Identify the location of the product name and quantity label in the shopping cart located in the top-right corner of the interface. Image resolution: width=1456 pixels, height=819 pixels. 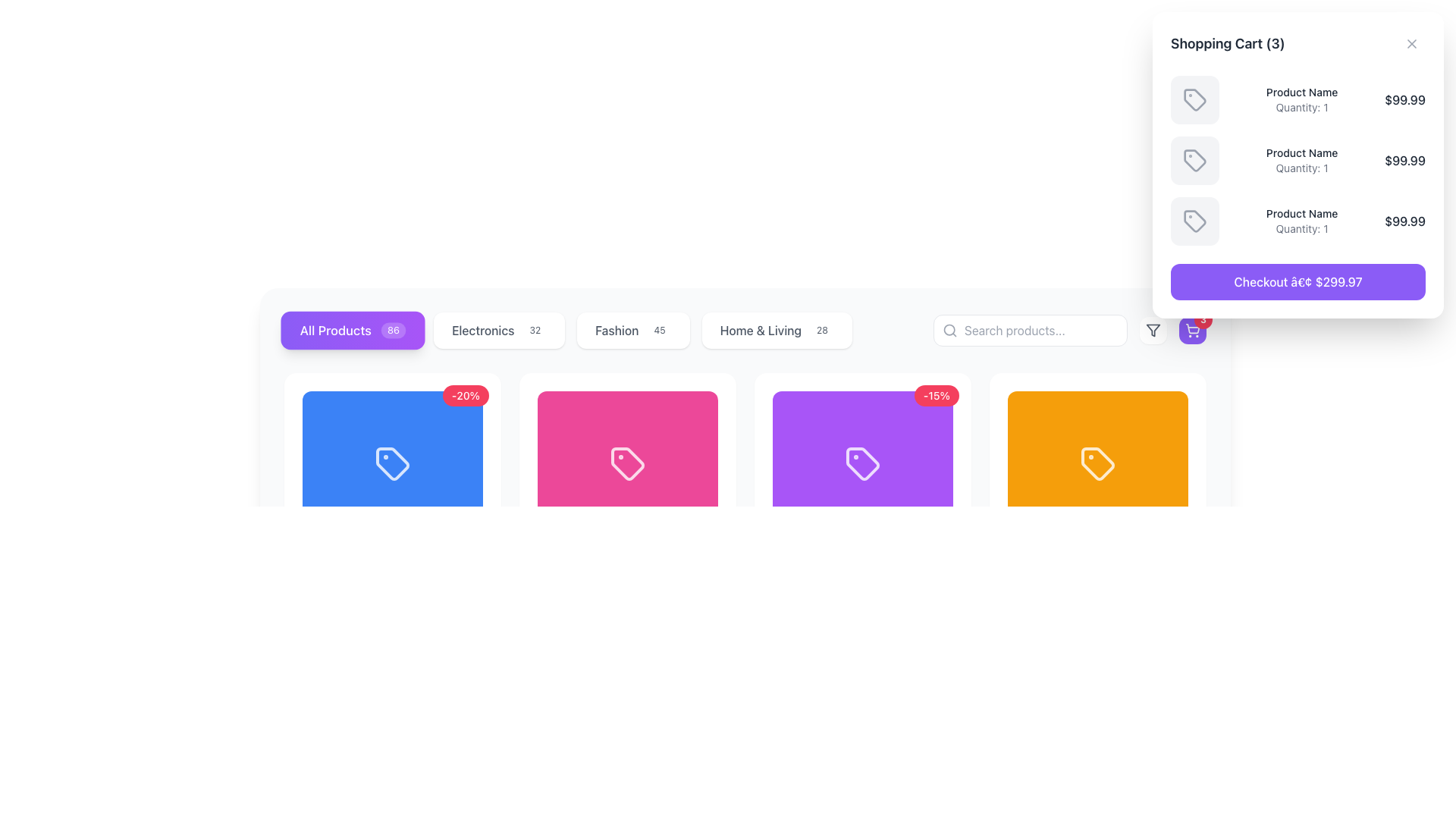
(1301, 99).